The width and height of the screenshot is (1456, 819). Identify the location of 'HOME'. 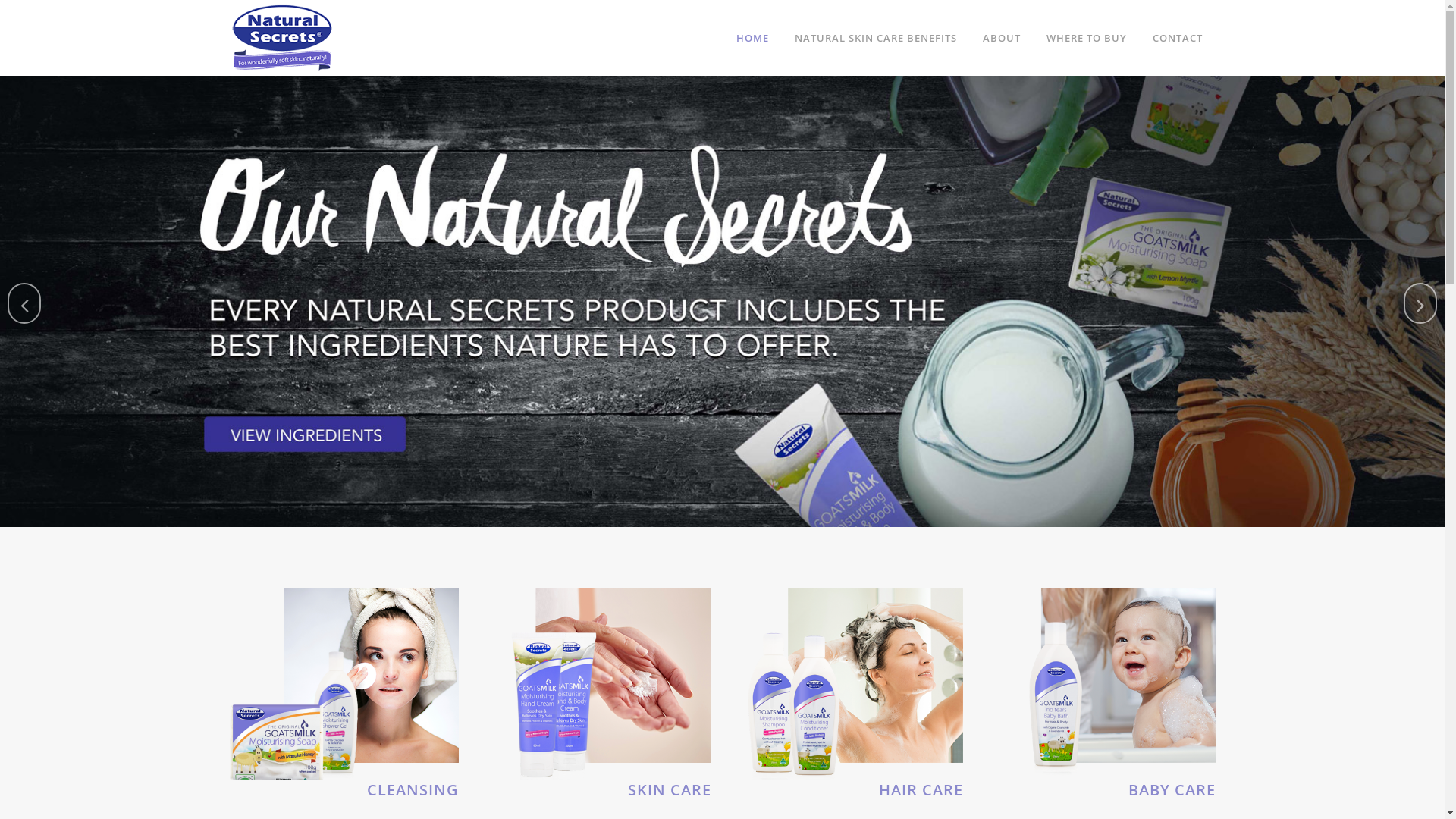
(752, 37).